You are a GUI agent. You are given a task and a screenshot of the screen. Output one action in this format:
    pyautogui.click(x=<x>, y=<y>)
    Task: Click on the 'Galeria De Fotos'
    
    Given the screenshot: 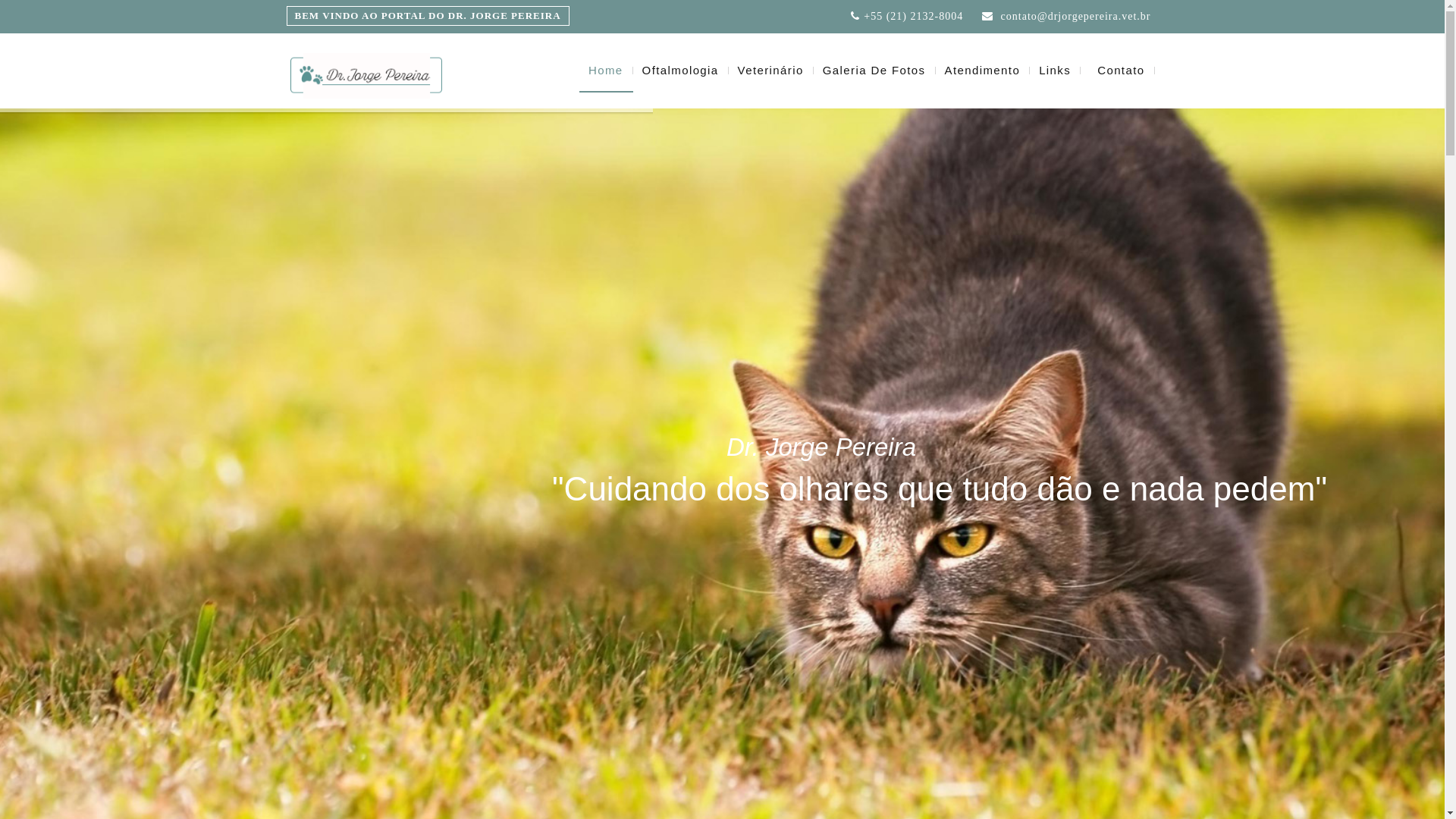 What is the action you would take?
    pyautogui.click(x=874, y=70)
    